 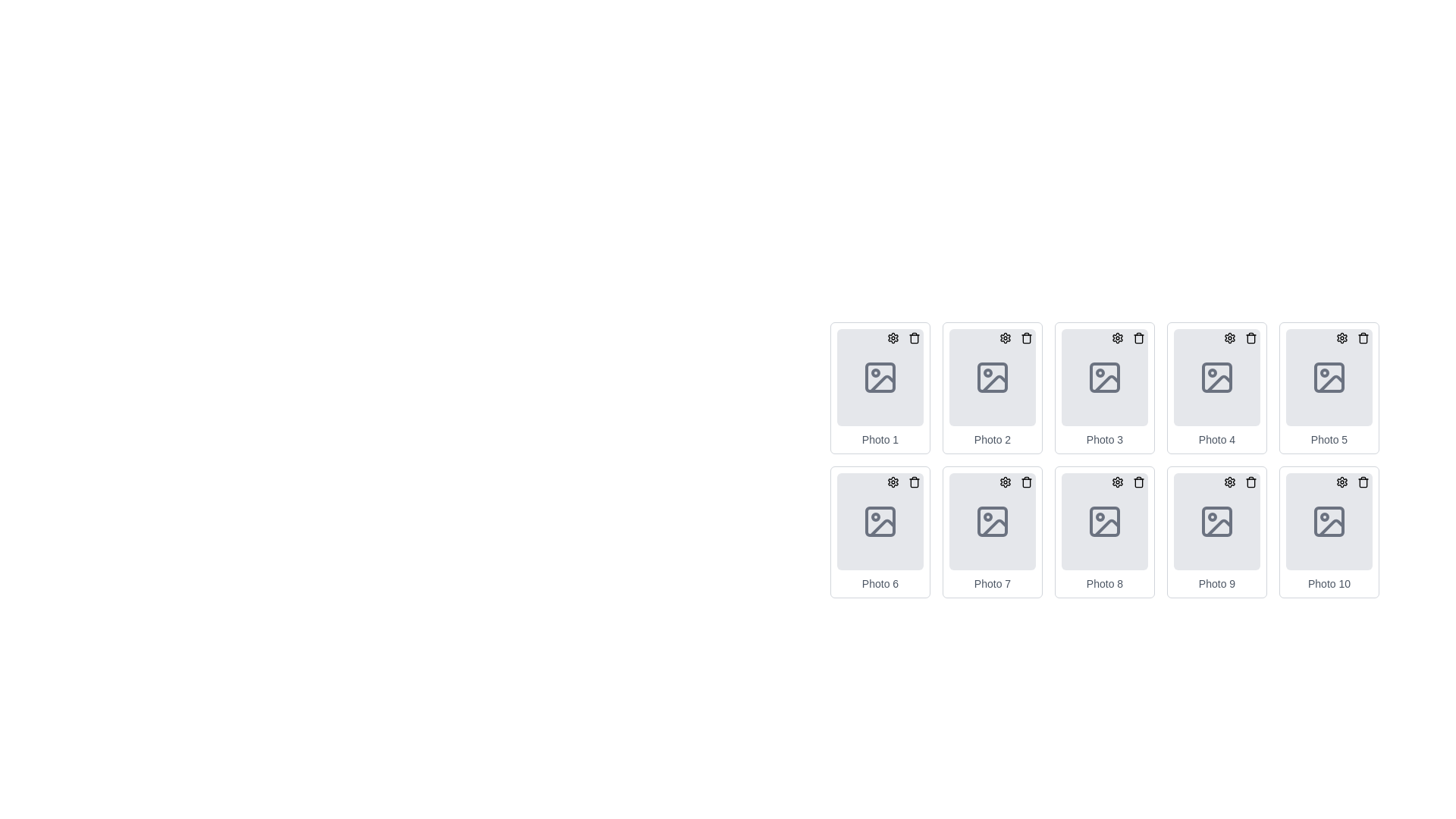 What do you see at coordinates (1216, 520) in the screenshot?
I see `the rectangular component of the photo icon, which is the ninth item in the grid layout, and is centrally positioned within the icon` at bounding box center [1216, 520].